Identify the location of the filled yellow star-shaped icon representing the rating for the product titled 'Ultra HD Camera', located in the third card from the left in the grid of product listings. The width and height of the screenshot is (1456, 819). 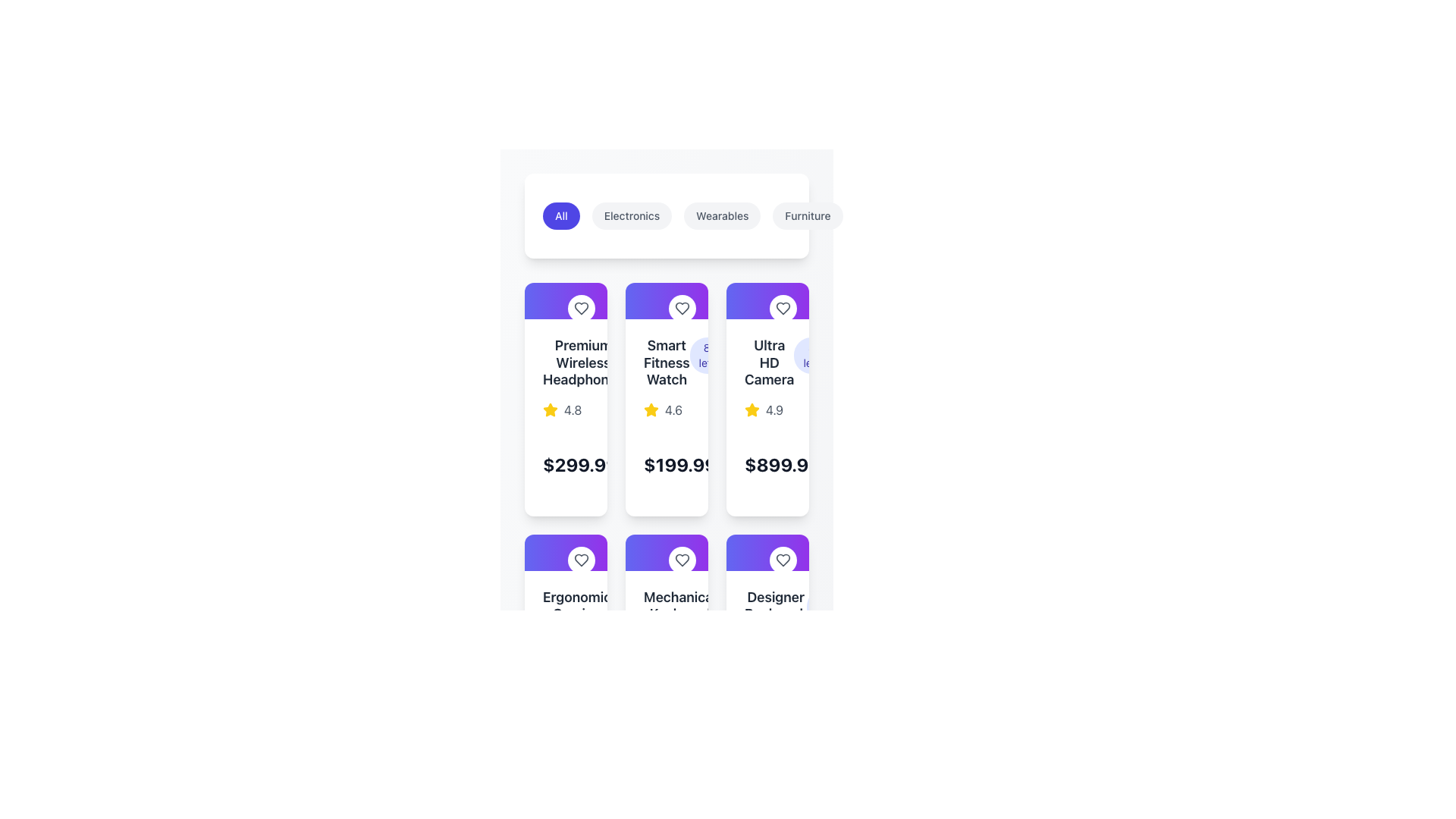
(752, 409).